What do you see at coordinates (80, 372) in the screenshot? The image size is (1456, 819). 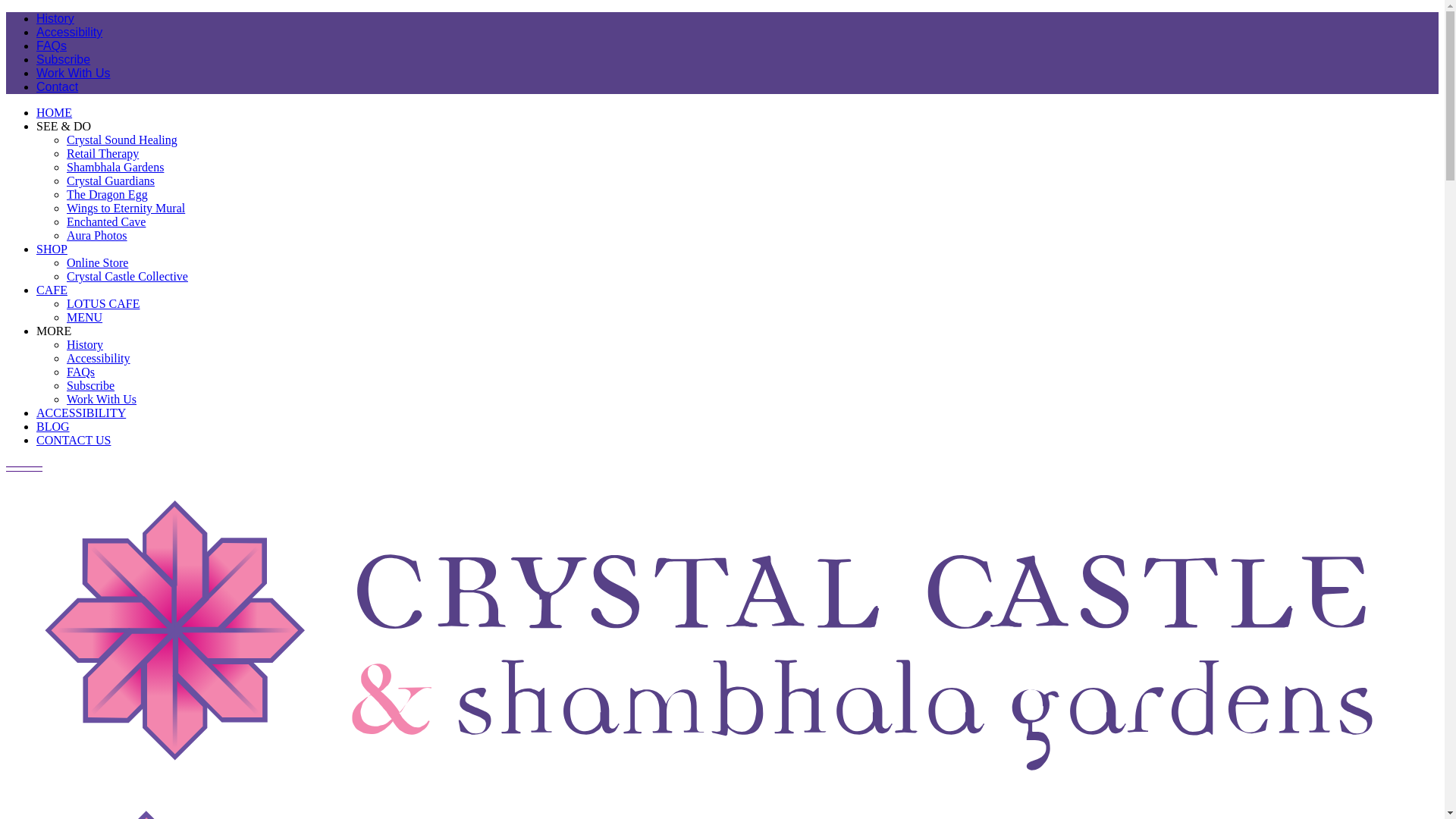 I see `'FAQs'` at bounding box center [80, 372].